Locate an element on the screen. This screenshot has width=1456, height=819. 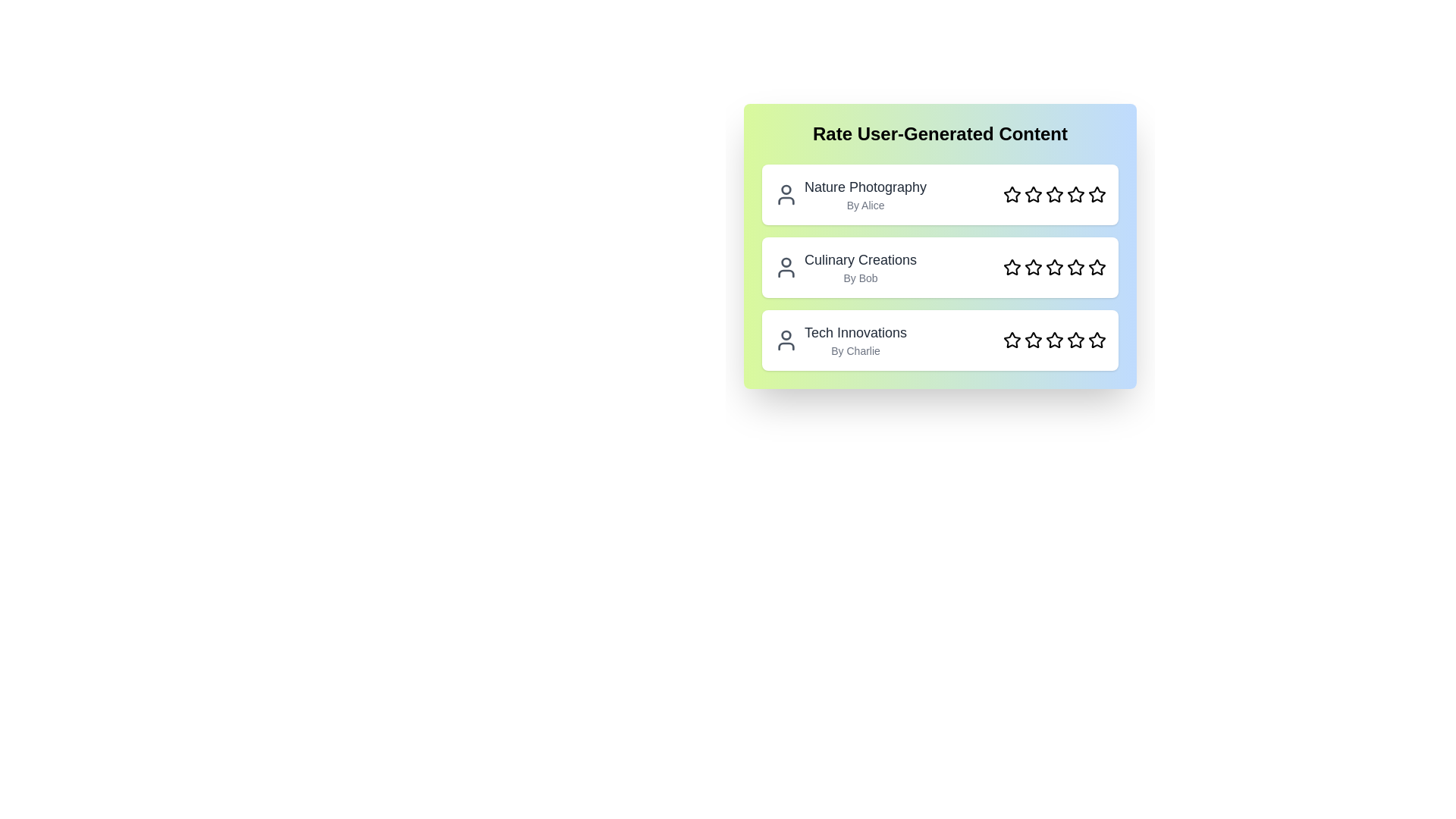
the star corresponding to the rating 5 for the content Culinary Creations is located at coordinates (1097, 267).